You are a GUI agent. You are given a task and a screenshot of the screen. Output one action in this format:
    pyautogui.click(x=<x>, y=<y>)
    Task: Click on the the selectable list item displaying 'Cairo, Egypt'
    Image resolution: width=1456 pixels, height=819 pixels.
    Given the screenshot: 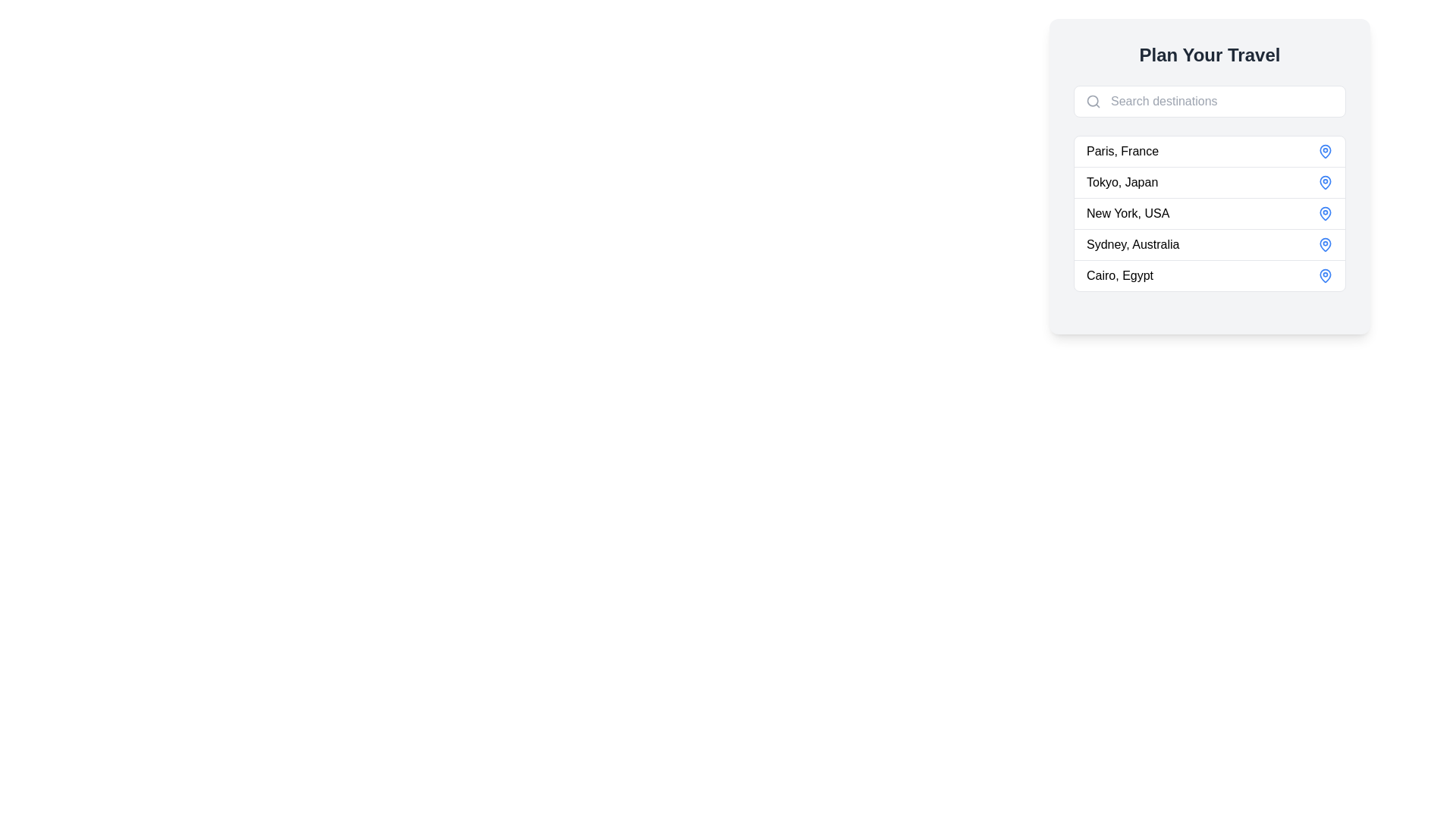 What is the action you would take?
    pyautogui.click(x=1209, y=275)
    